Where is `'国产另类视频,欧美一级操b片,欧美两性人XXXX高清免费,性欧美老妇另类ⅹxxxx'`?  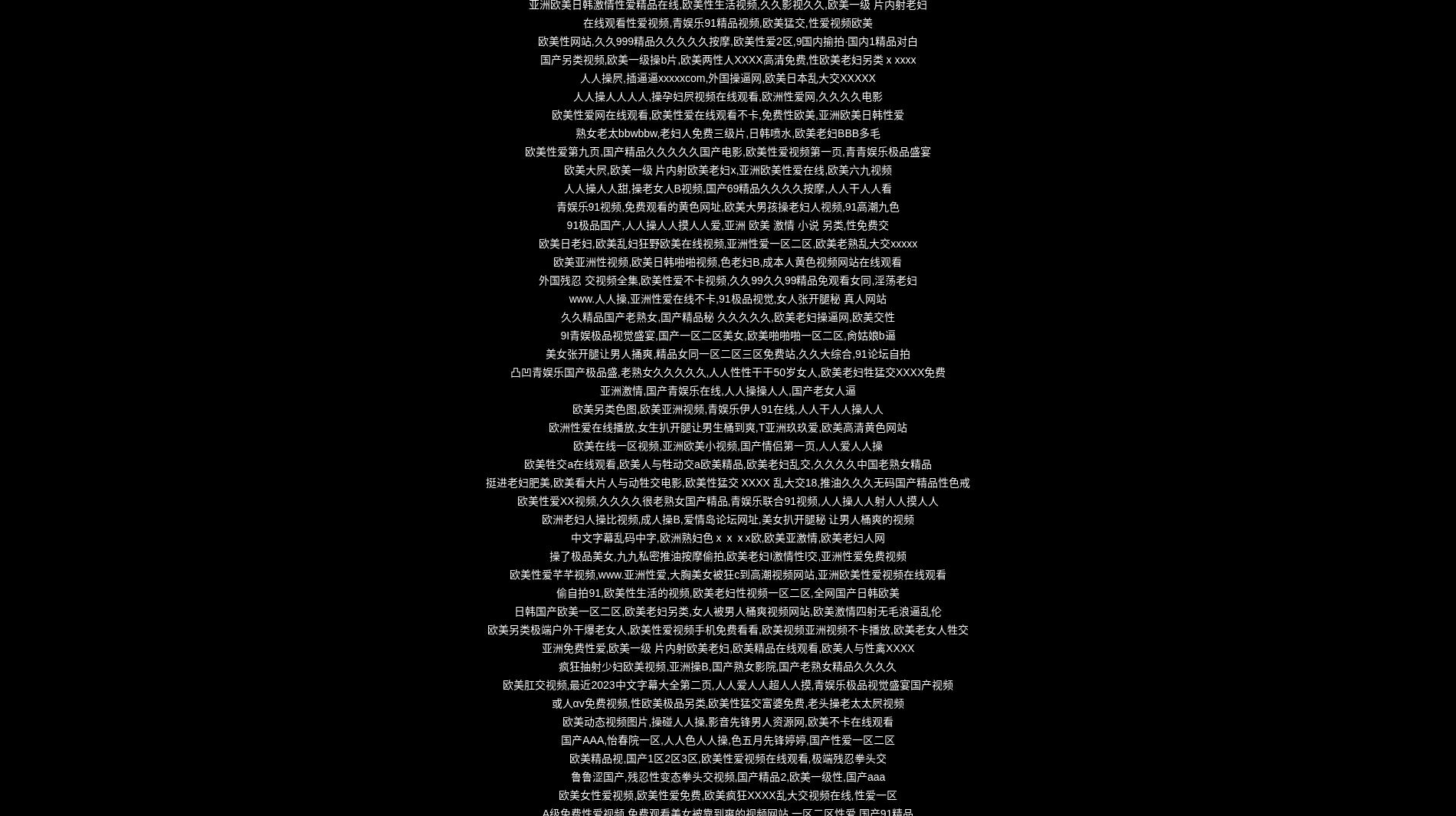 '国产另类视频,欧美一级操b片,欧美两性人XXXX高清免费,性欧美老妇另类ⅹxxxx' is located at coordinates (726, 58).